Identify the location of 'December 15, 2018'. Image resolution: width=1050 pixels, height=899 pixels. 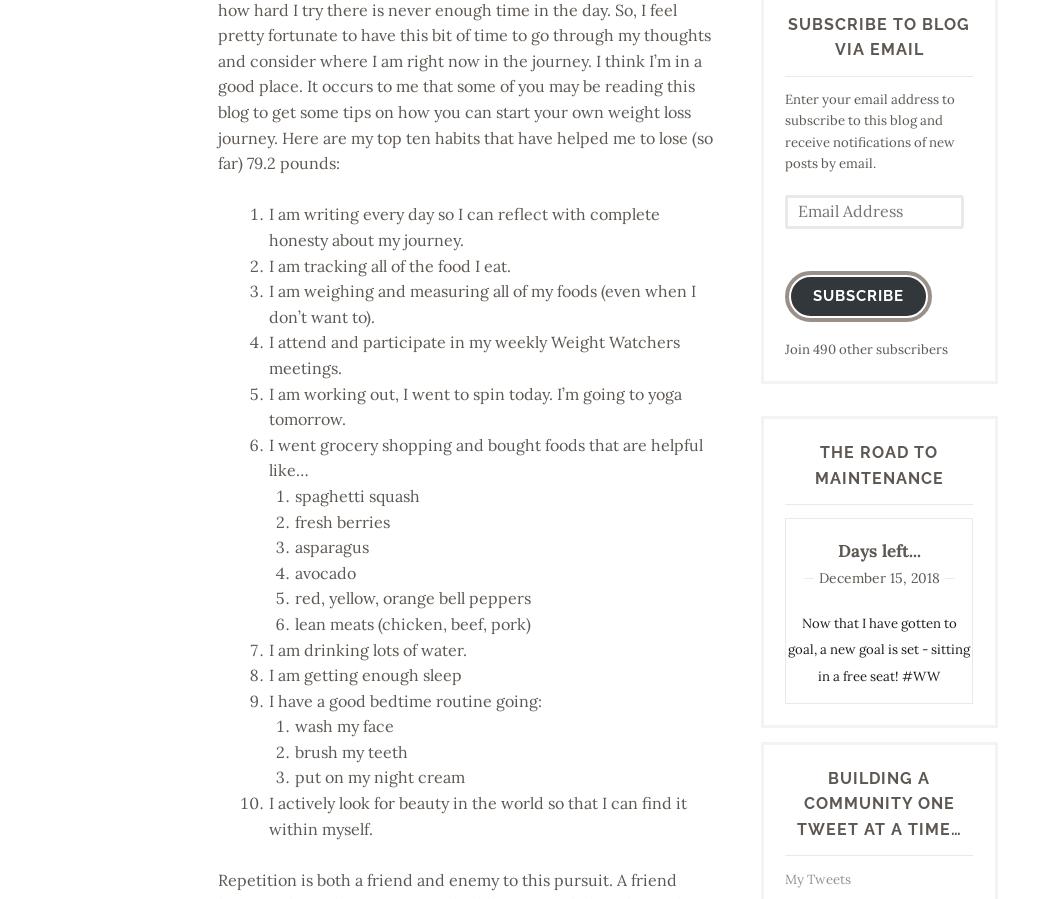
(877, 577).